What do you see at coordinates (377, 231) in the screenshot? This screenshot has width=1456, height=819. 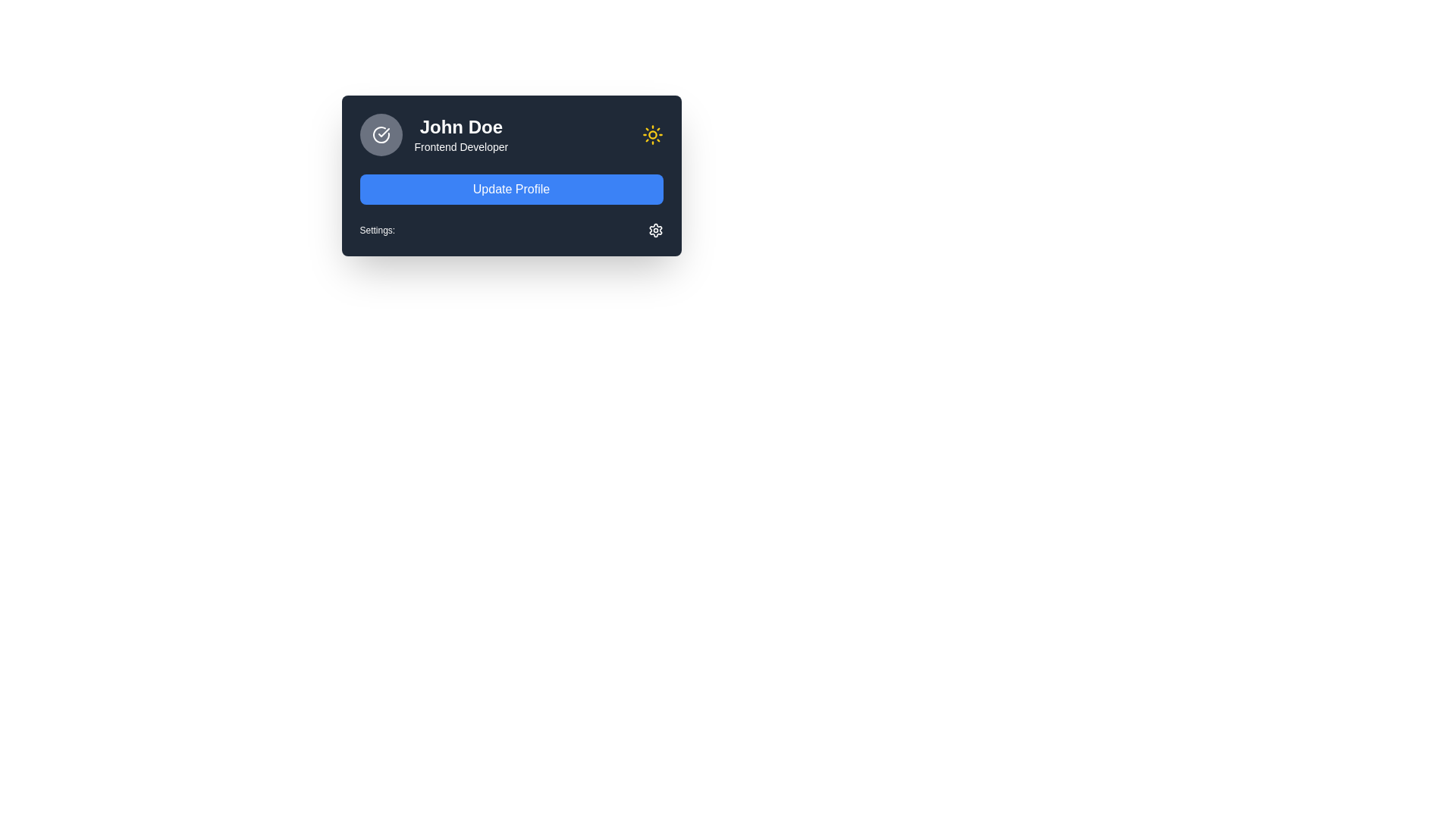 I see `the text label displaying 'Settings:' located in the dark-shaded section of the interface, positioned near the bottom-left side of the card-like layout` at bounding box center [377, 231].